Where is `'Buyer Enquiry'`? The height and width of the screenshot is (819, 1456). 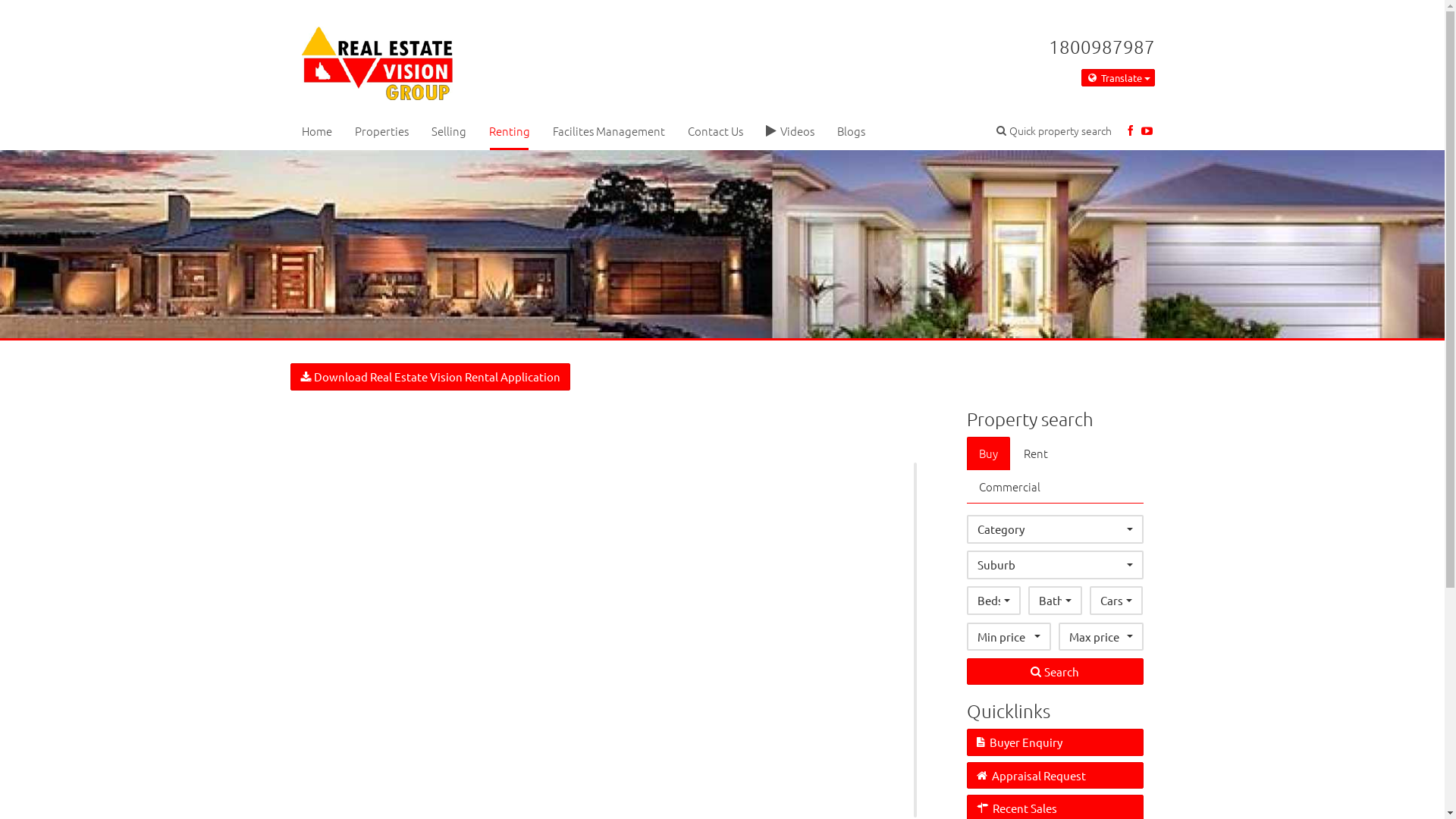
'Buyer Enquiry' is located at coordinates (1054, 741).